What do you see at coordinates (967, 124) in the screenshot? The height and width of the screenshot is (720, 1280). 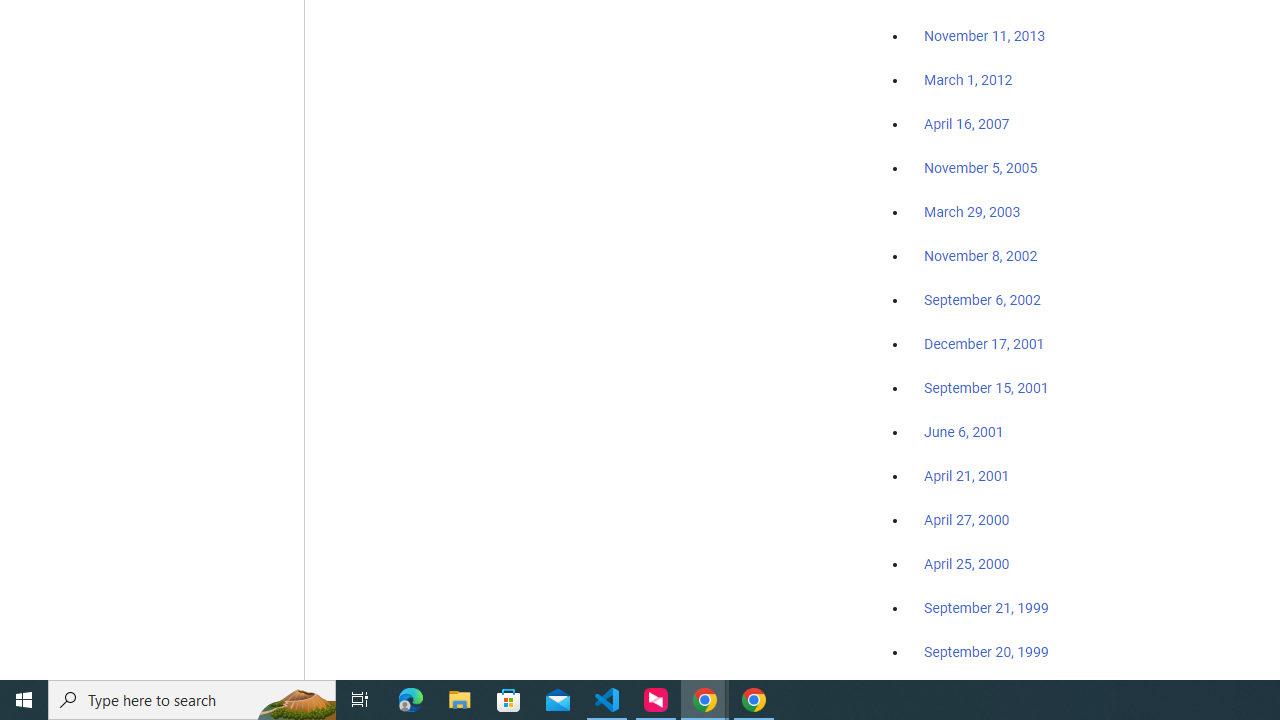 I see `'April 16, 2007'` at bounding box center [967, 124].